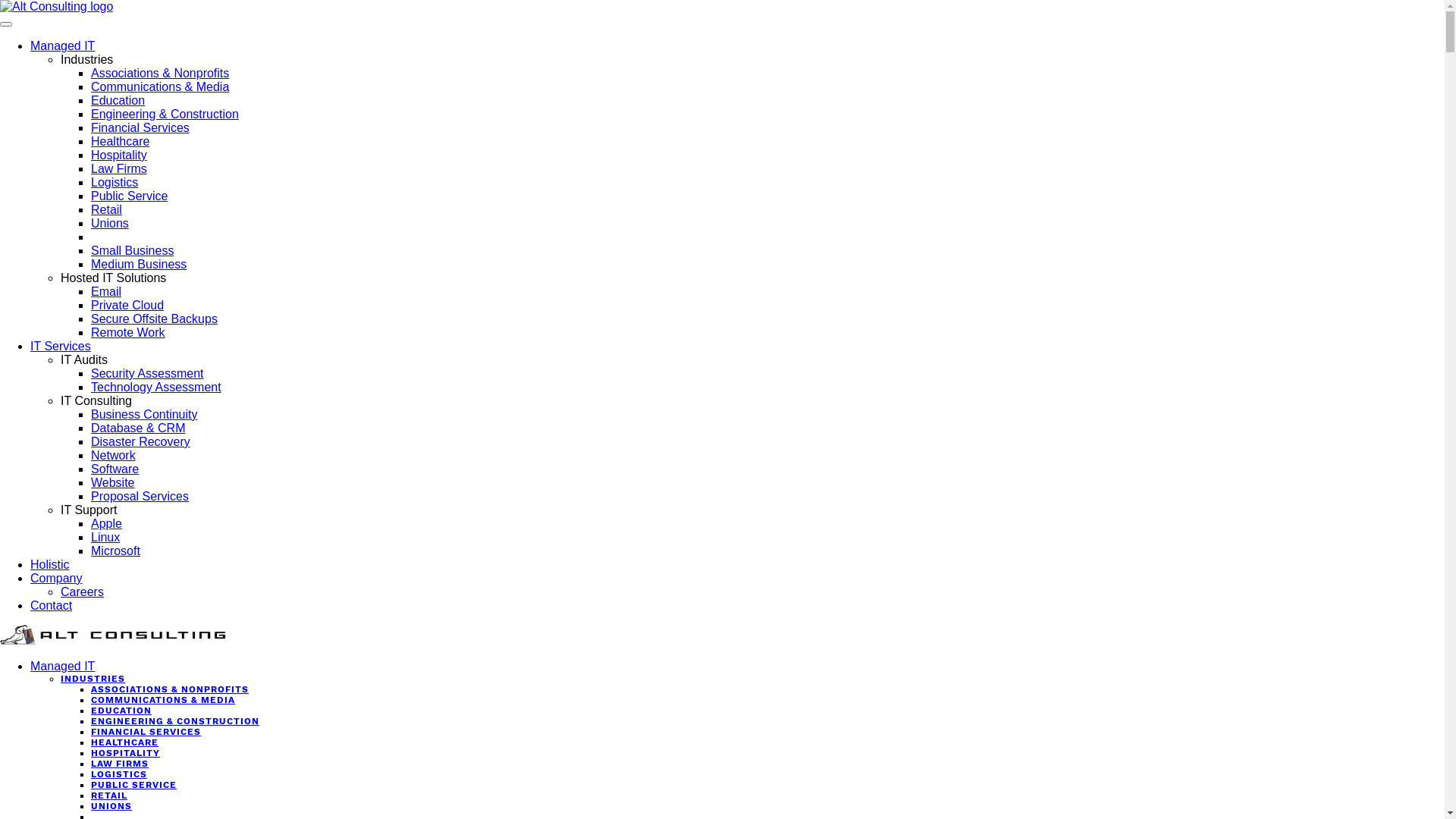 This screenshot has width=1456, height=819. Describe the element at coordinates (55, 578) in the screenshot. I see `'Company'` at that location.